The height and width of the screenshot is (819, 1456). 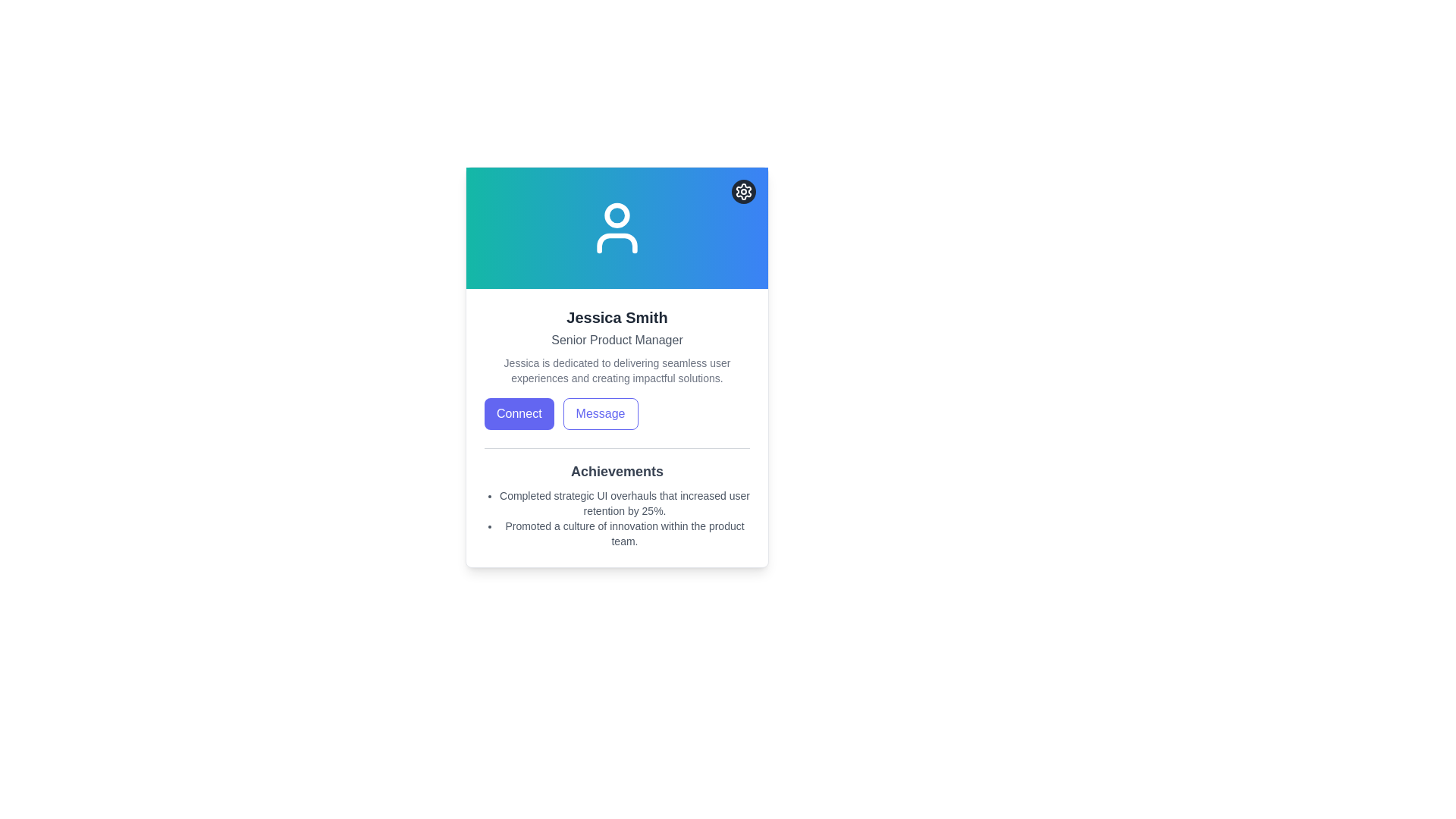 What do you see at coordinates (617, 339) in the screenshot?
I see `the text element that indicates the role or designation of the individual 'Jessica Smith', which is positioned directly beneath the header and above a smaller descriptive paragraph` at bounding box center [617, 339].